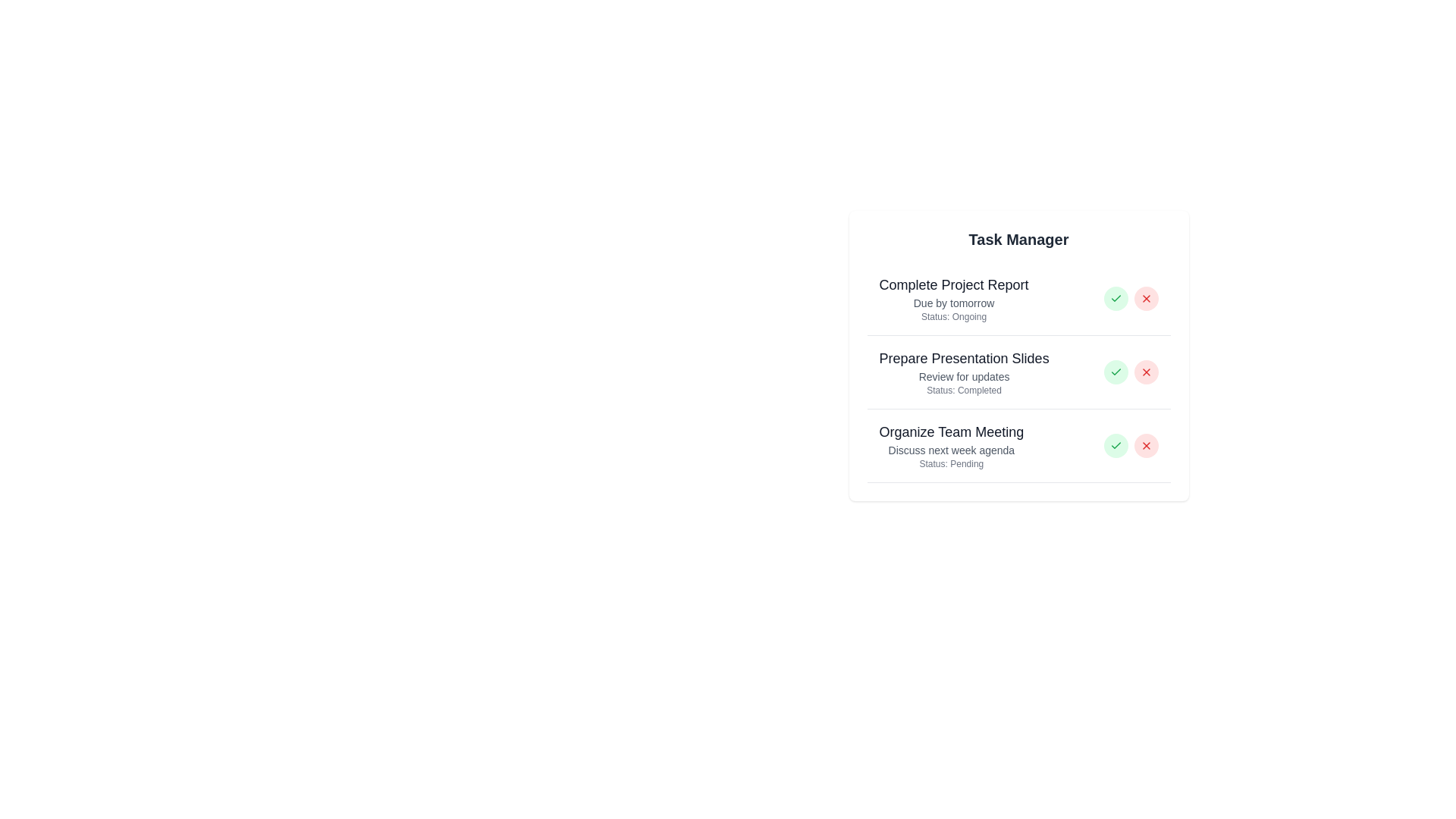  What do you see at coordinates (952, 298) in the screenshot?
I see `the Static text block displaying task information, located beneath the 'Task Manager' header` at bounding box center [952, 298].